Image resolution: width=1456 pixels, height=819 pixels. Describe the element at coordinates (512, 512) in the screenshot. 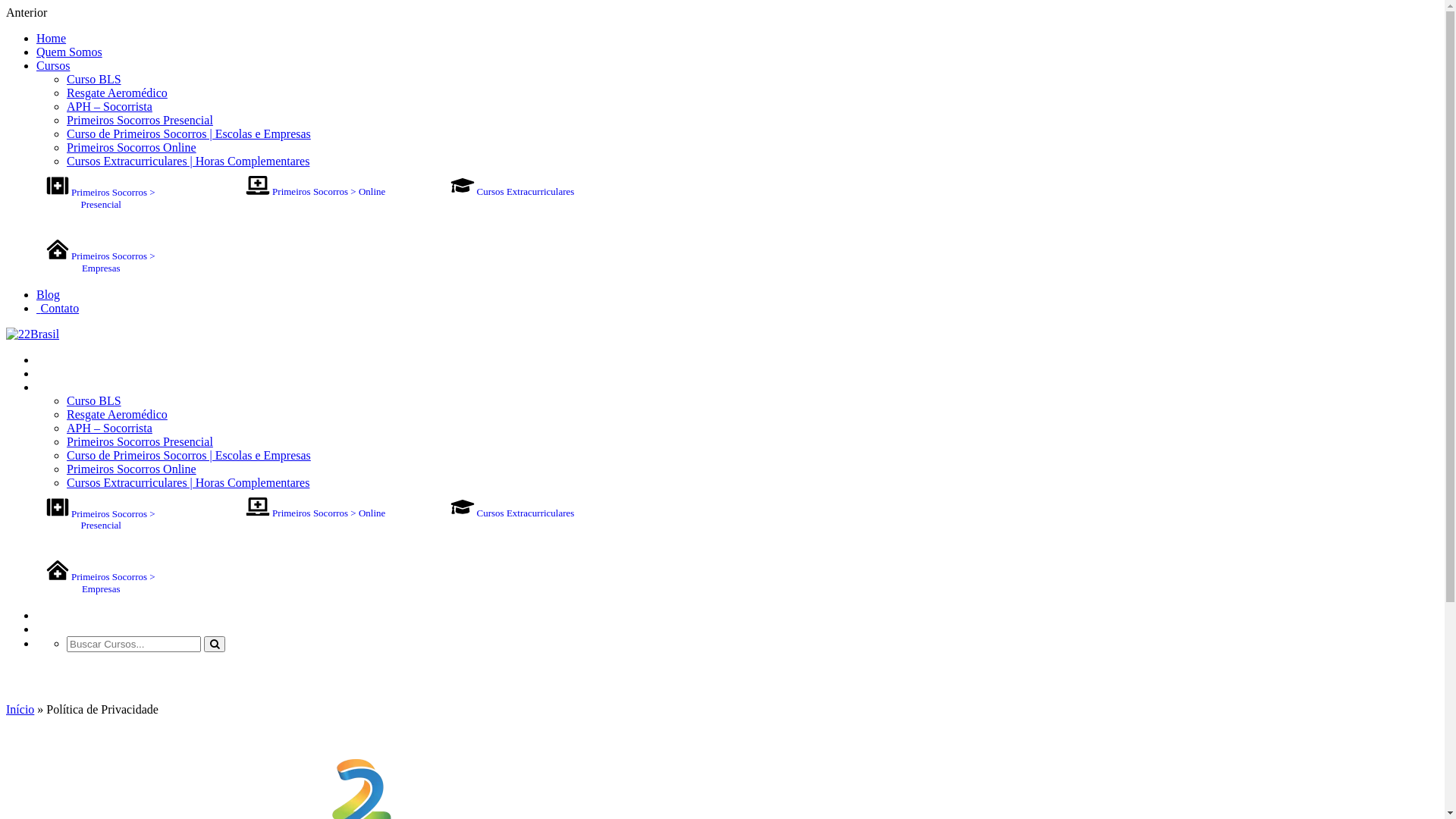

I see `'Cursos Extracurriculares'` at that location.